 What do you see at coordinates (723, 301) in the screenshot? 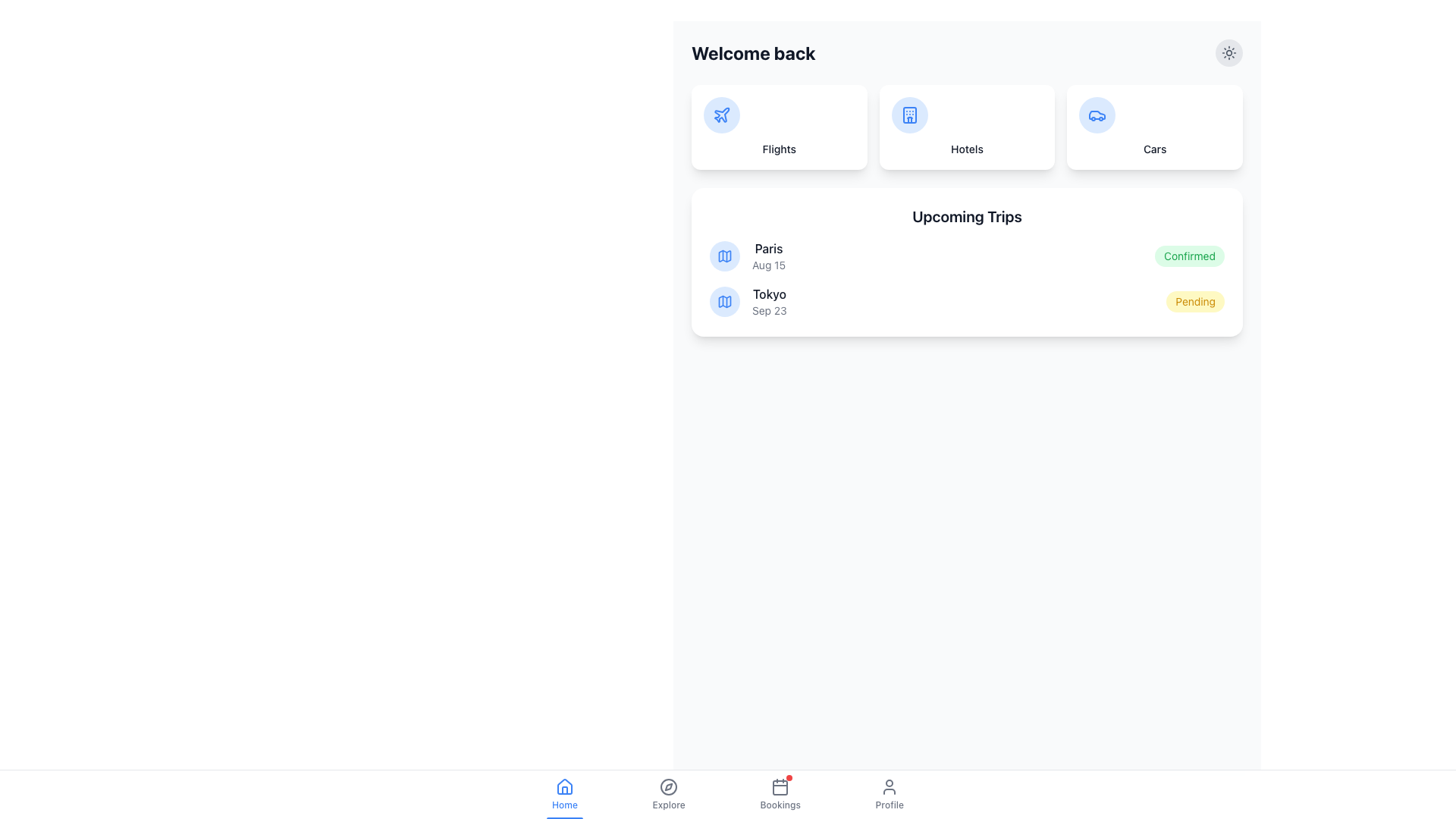
I see `the visual indicator icon for the trip entry labeled 'Tokyo', which is positioned in the second entry of the 'Upcoming Trips' list, to the left of the text 'Tokyo' and 'Sep 23'` at bounding box center [723, 301].